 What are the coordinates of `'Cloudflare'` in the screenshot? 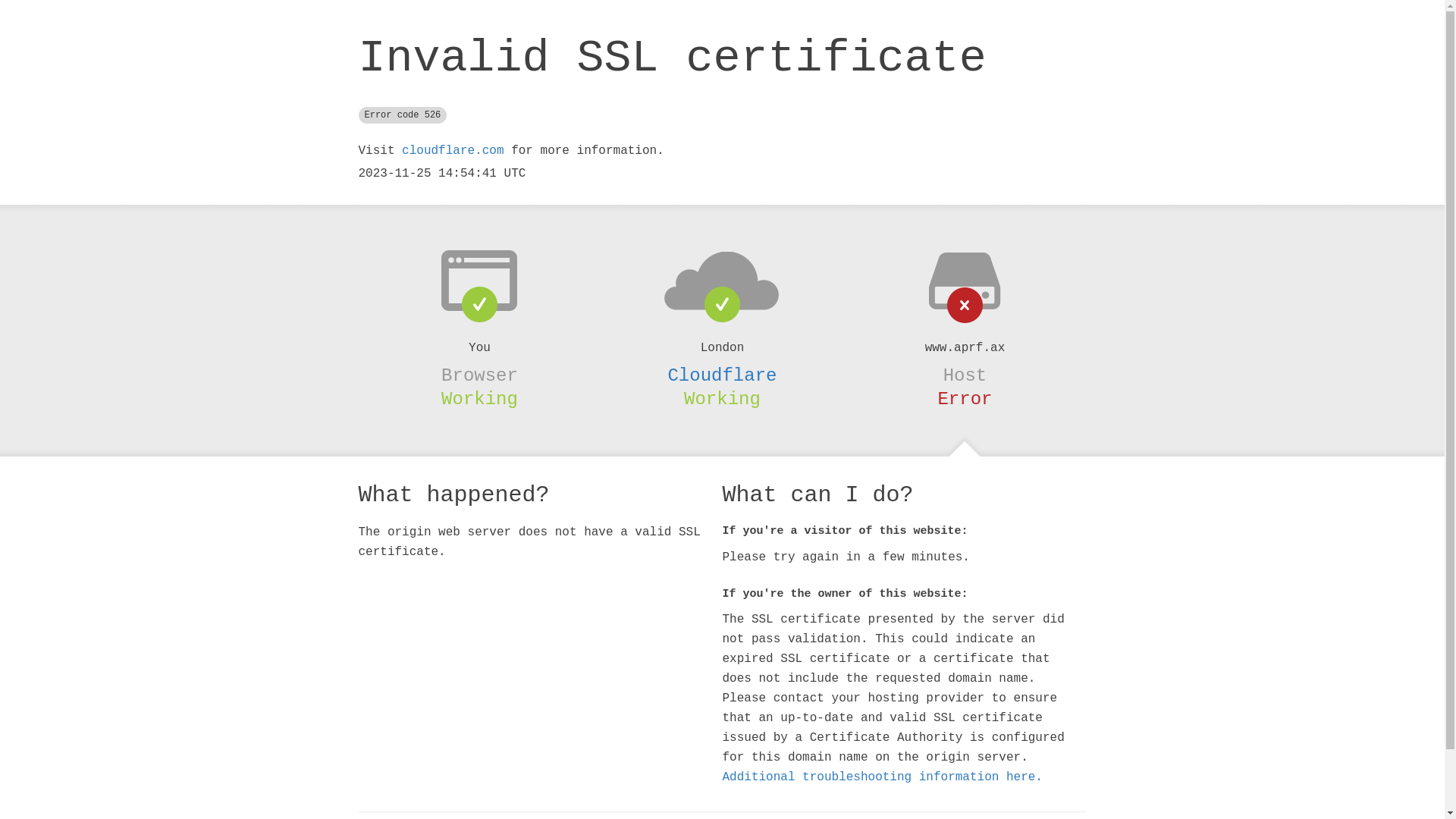 It's located at (720, 375).